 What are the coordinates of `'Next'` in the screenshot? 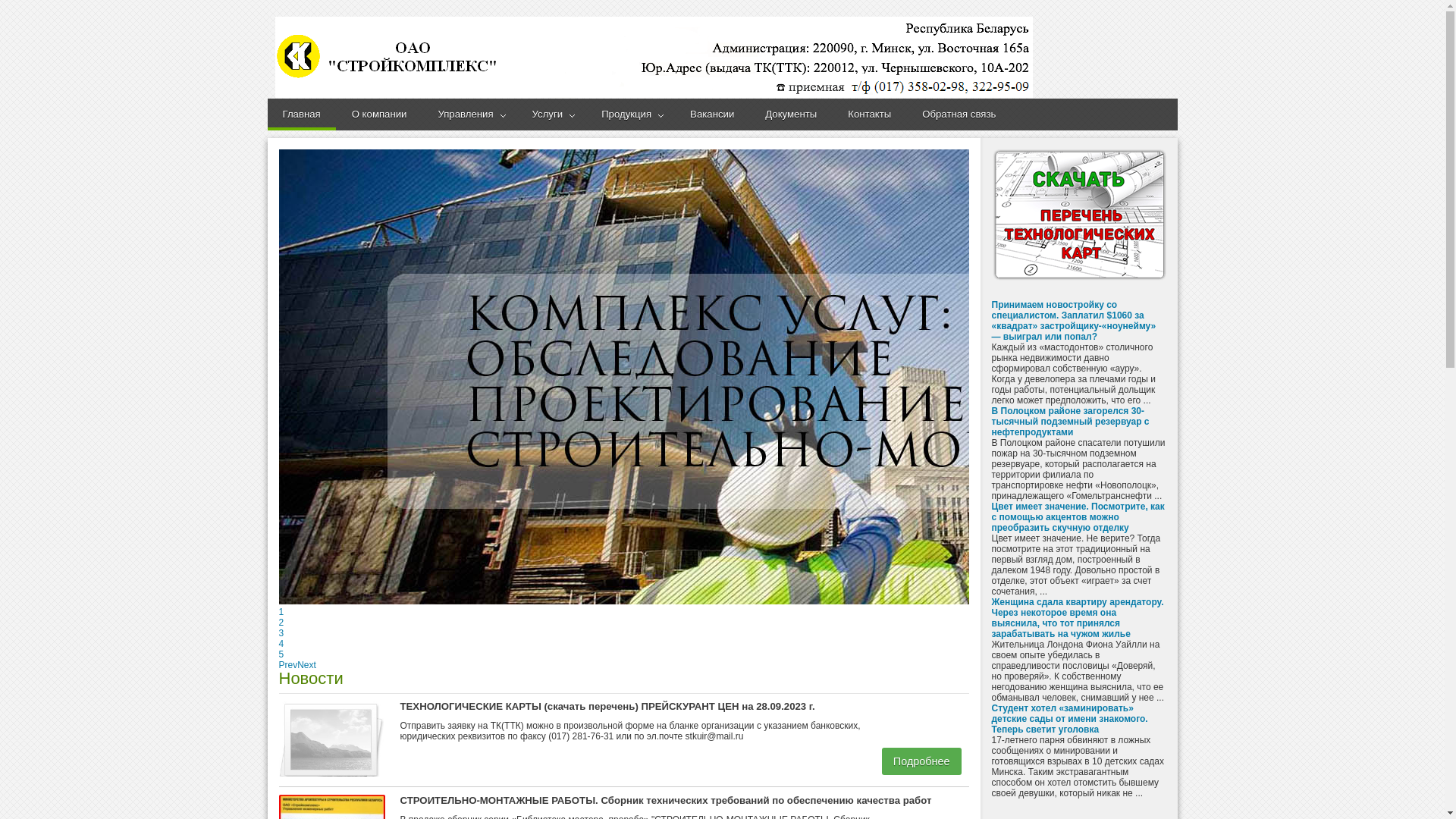 It's located at (306, 664).